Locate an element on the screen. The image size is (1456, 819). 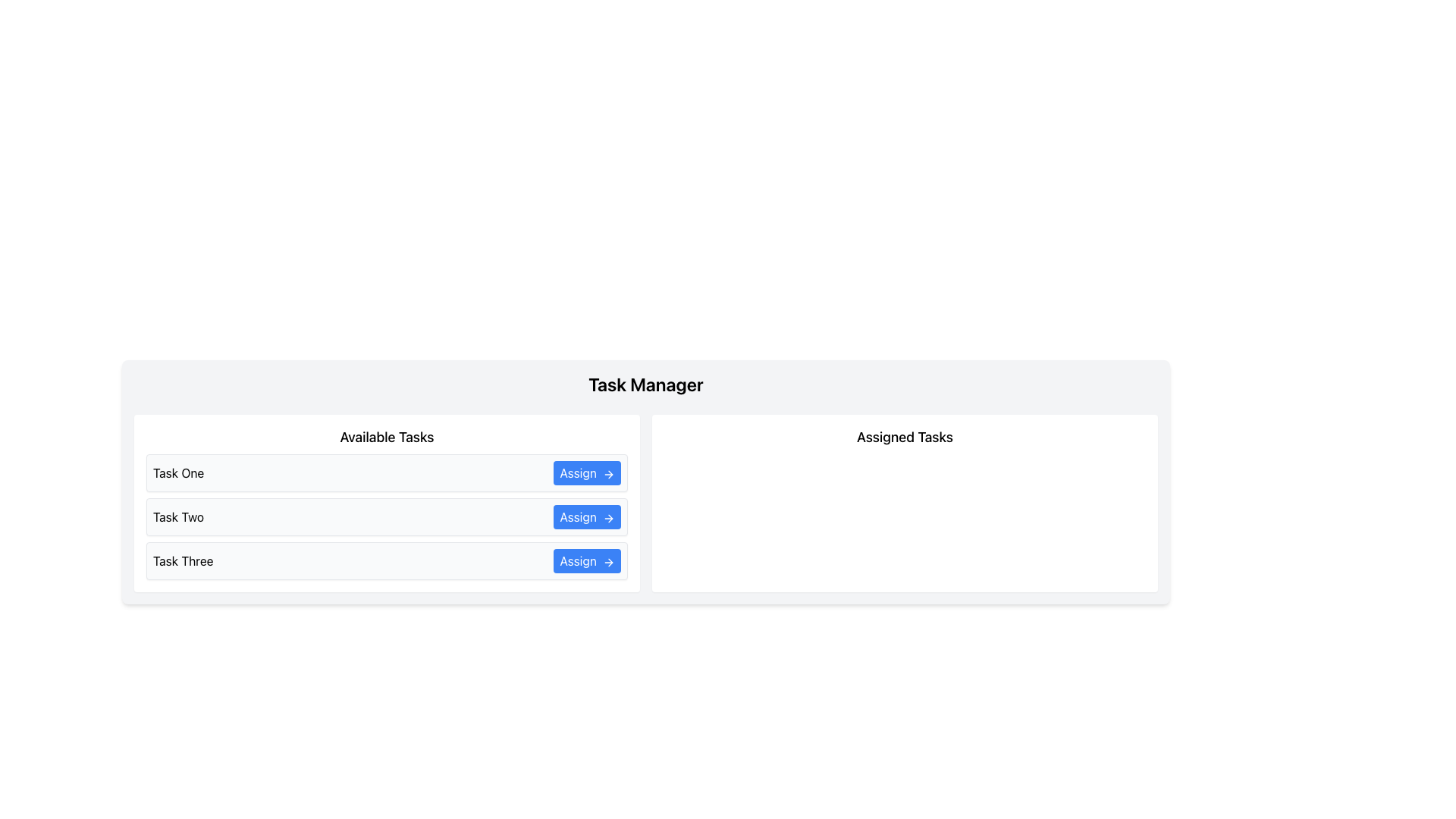
the button on the far right side of the row labeled 'Task Two' in the 'Available Tasks' section to assign the task is located at coordinates (586, 516).